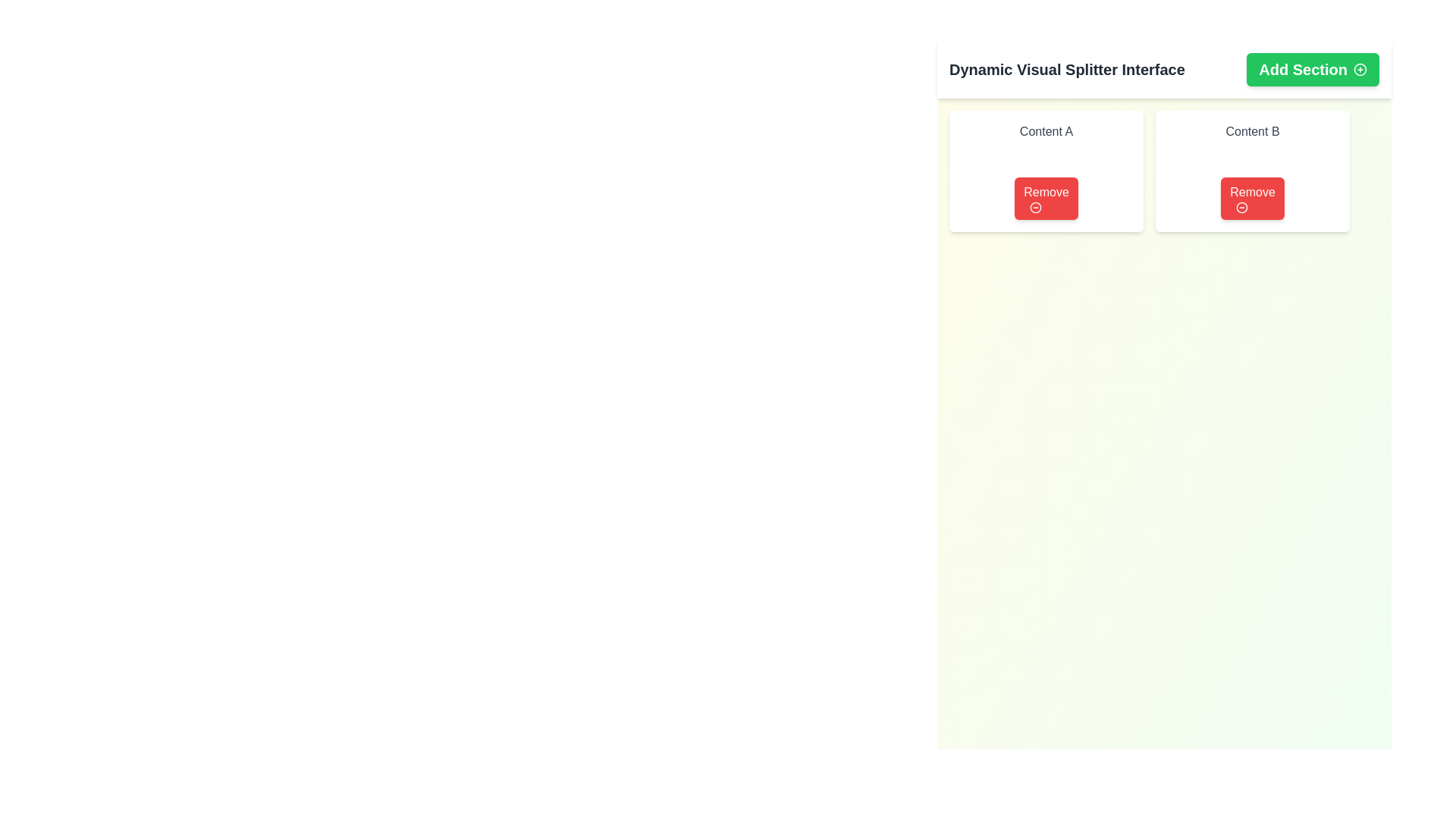 This screenshot has width=1456, height=819. What do you see at coordinates (1312, 70) in the screenshot?
I see `the button located at the top-right corner of the main interface, adjacent to the text 'Dynamic Visual Splitter Interface'` at bounding box center [1312, 70].